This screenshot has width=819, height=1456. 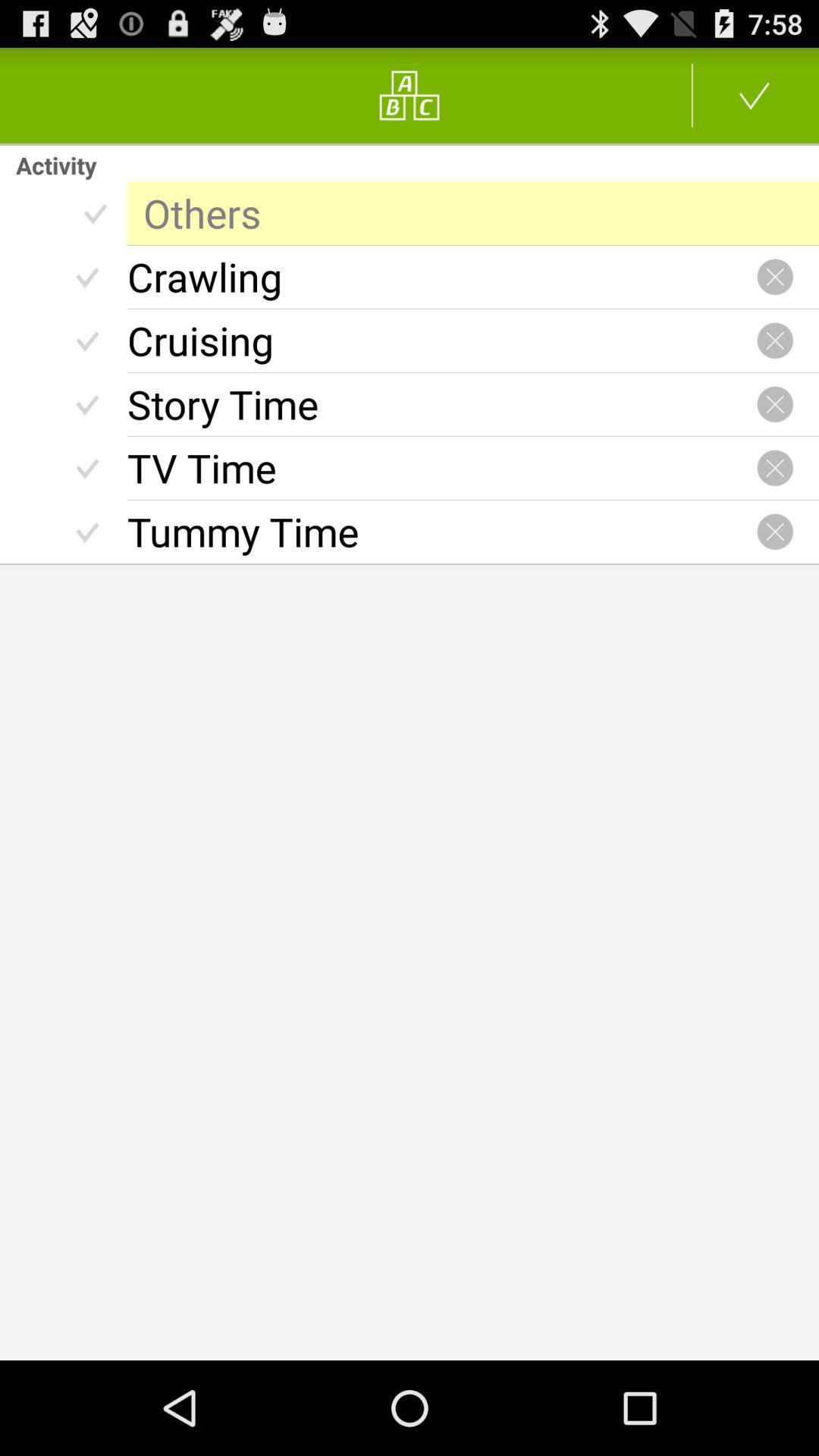 What do you see at coordinates (441, 404) in the screenshot?
I see `the story time icon` at bounding box center [441, 404].